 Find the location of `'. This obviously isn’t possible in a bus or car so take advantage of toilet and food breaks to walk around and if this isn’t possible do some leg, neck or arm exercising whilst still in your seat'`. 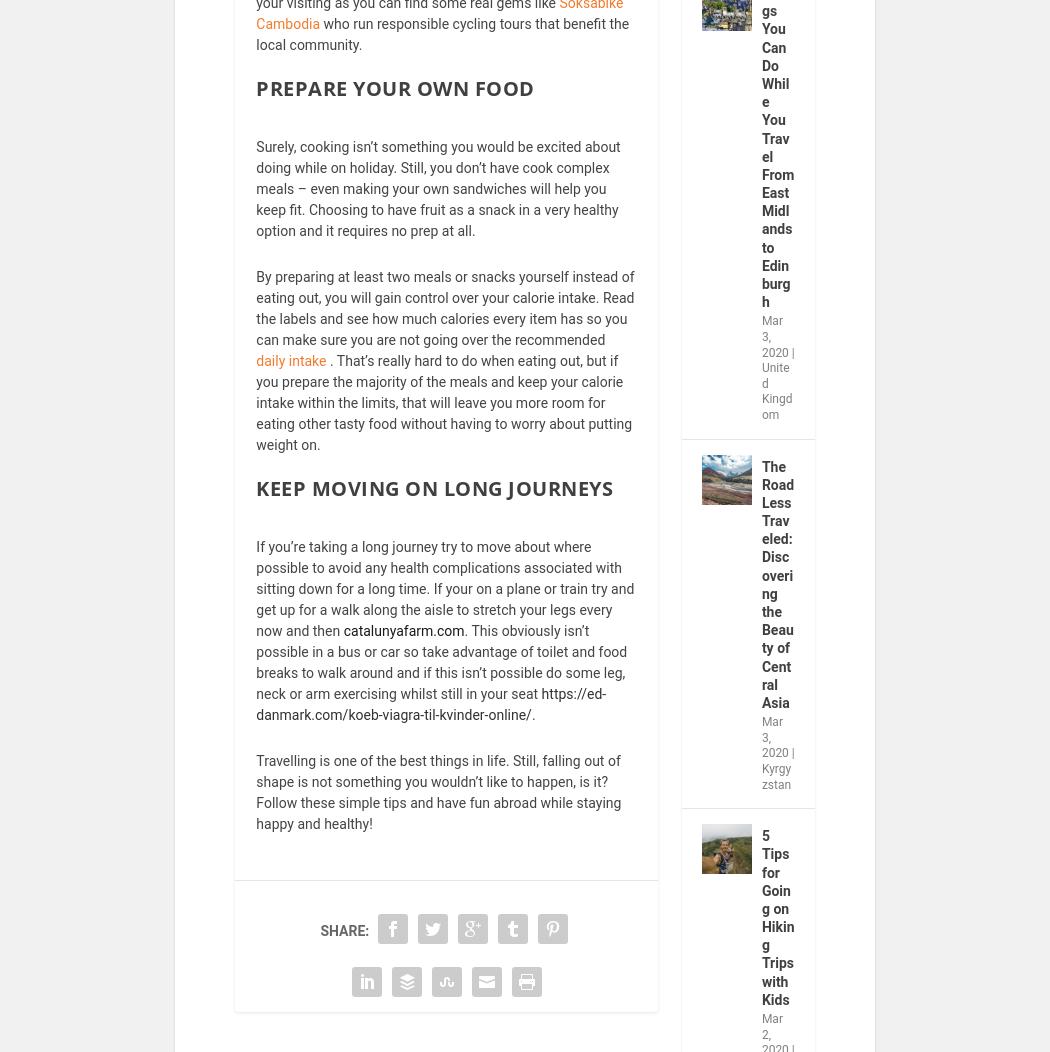

'. This obviously isn’t possible in a bus or car so take advantage of toilet and food breaks to walk around and if this isn’t possible do some leg, neck or arm exercising whilst still in your seat' is located at coordinates (440, 673).